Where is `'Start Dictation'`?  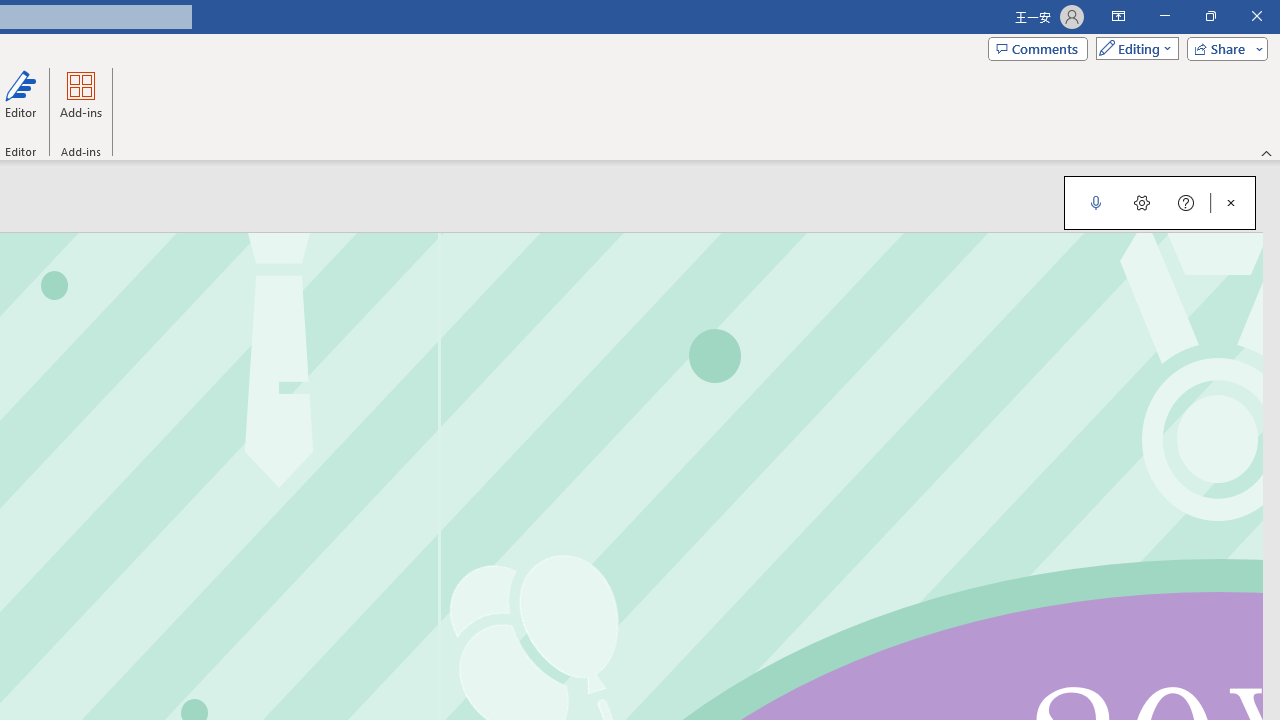 'Start Dictation' is located at coordinates (1095, 203).